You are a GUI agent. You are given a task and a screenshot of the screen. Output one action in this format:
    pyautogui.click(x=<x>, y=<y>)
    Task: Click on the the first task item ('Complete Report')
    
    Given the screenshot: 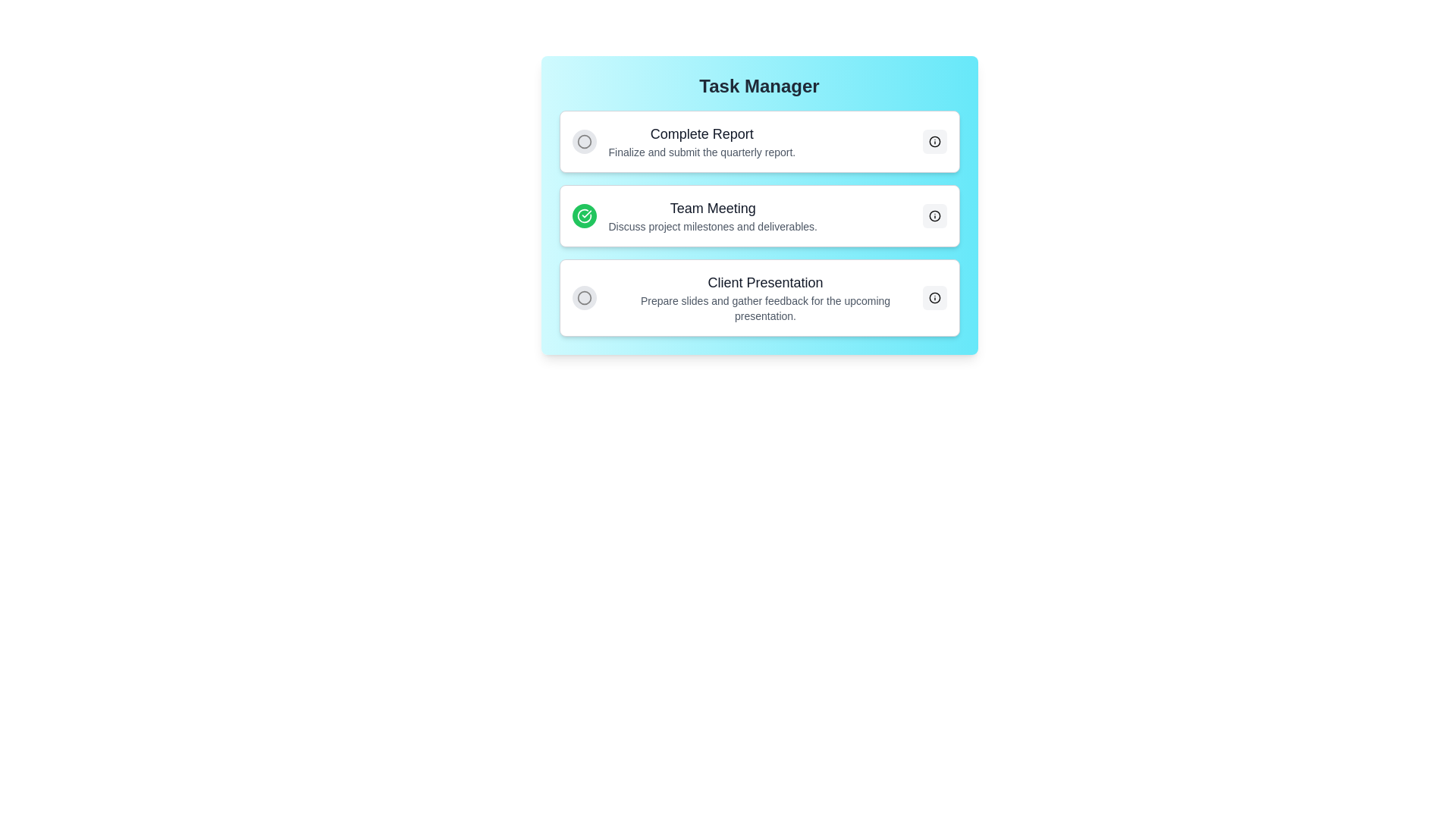 What is the action you would take?
    pyautogui.click(x=682, y=141)
    